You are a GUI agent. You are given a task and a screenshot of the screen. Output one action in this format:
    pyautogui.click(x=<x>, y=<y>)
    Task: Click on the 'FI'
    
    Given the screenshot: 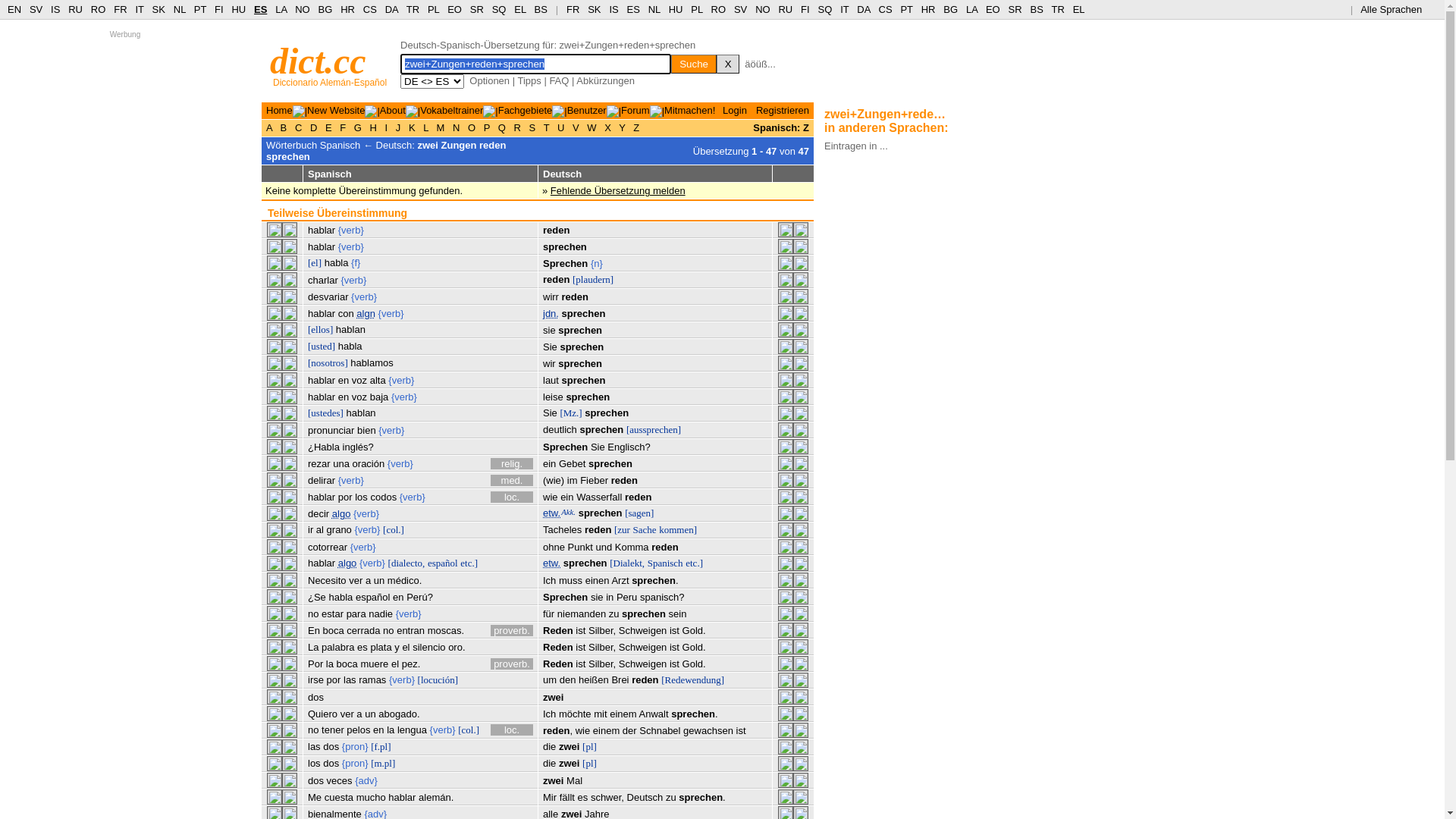 What is the action you would take?
    pyautogui.click(x=800, y=9)
    